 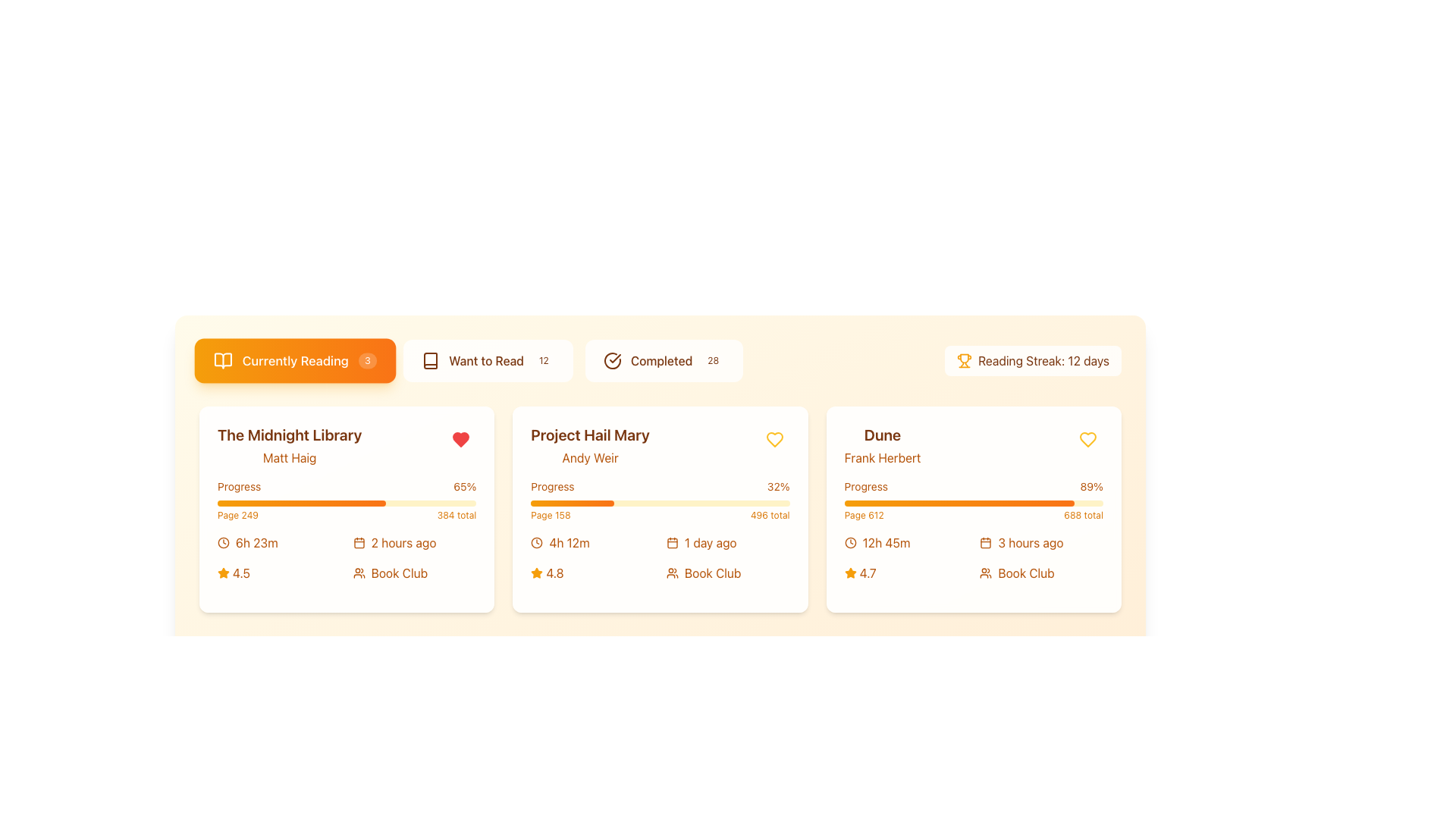 What do you see at coordinates (222, 542) in the screenshot?
I see `the time-related indicator icon located at the bottom of the first book card, directly to the left of the '6h 23m' text` at bounding box center [222, 542].